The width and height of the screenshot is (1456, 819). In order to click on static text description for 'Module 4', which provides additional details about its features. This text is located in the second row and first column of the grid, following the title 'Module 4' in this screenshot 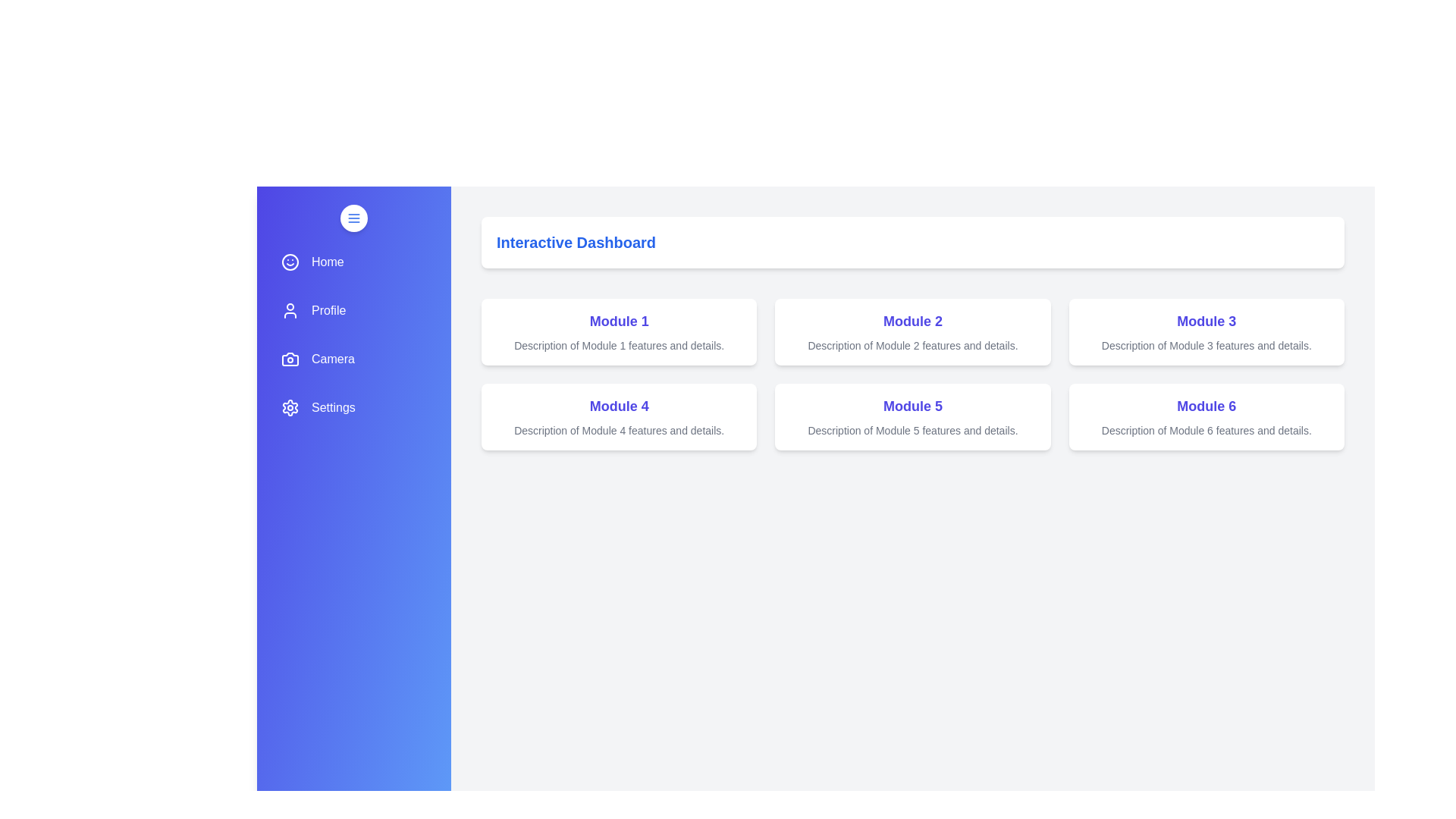, I will do `click(619, 430)`.